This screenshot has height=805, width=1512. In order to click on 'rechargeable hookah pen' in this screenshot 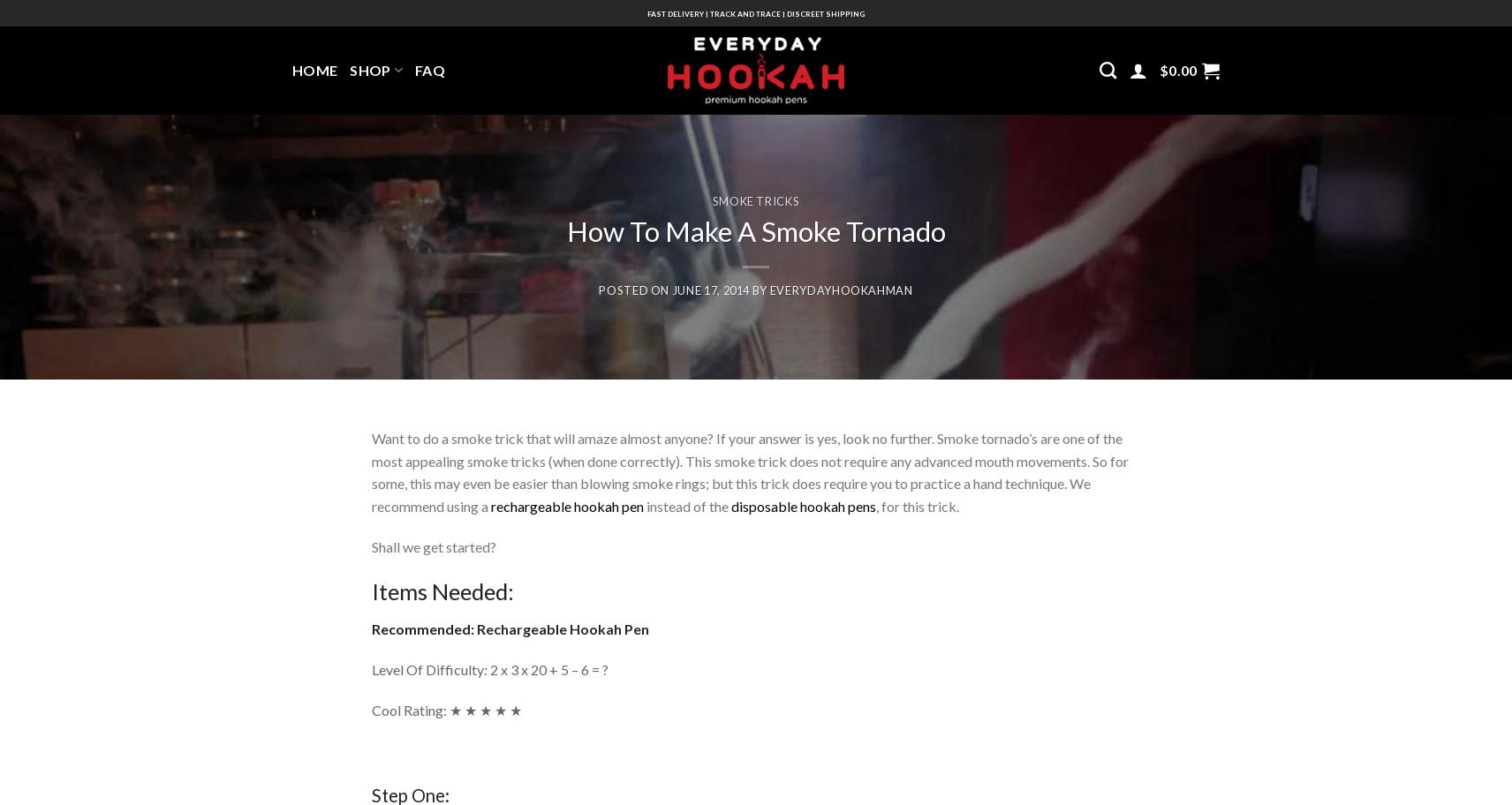, I will do `click(566, 504)`.